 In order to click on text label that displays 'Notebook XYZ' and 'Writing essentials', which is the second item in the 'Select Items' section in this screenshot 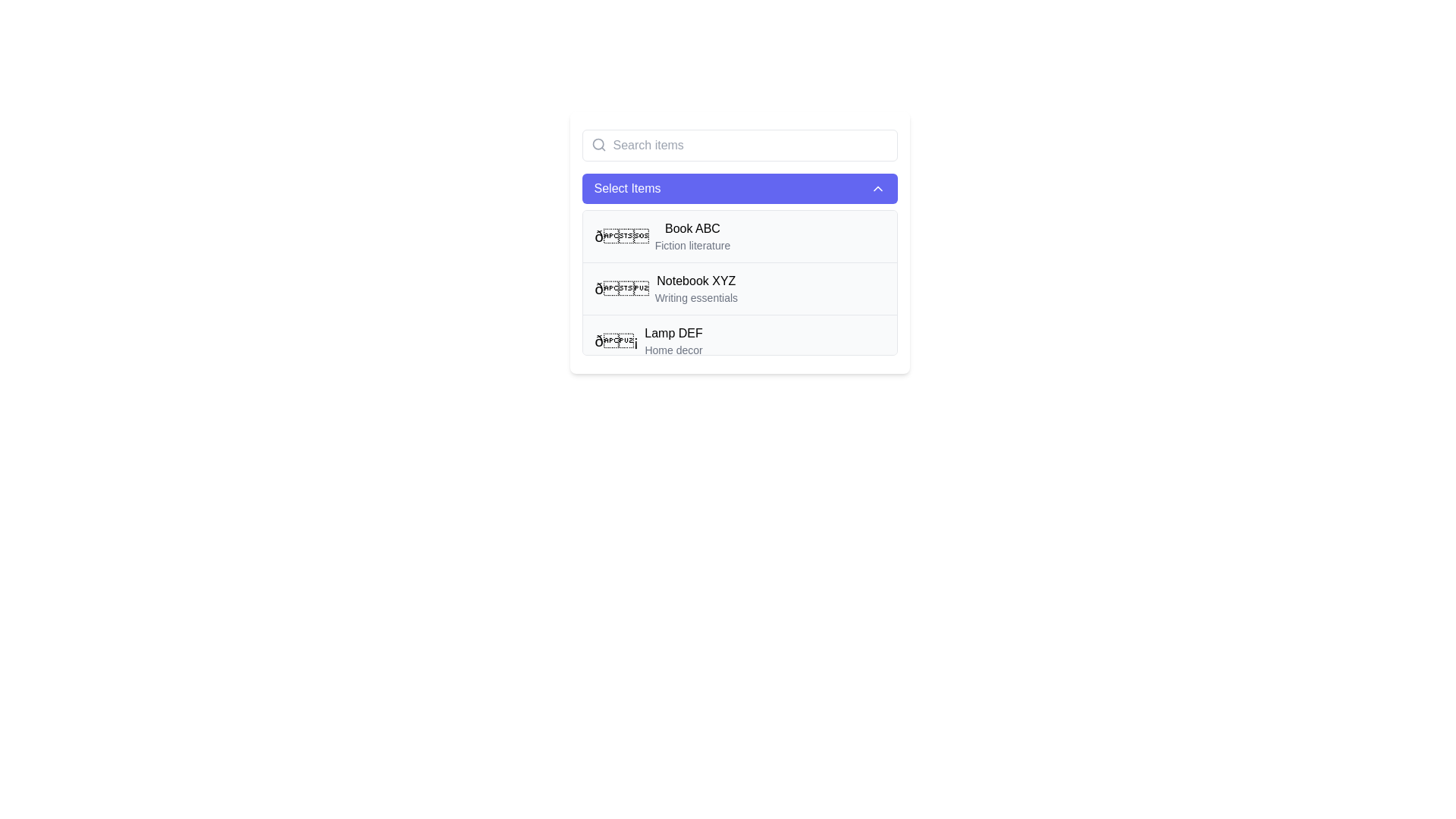, I will do `click(695, 289)`.